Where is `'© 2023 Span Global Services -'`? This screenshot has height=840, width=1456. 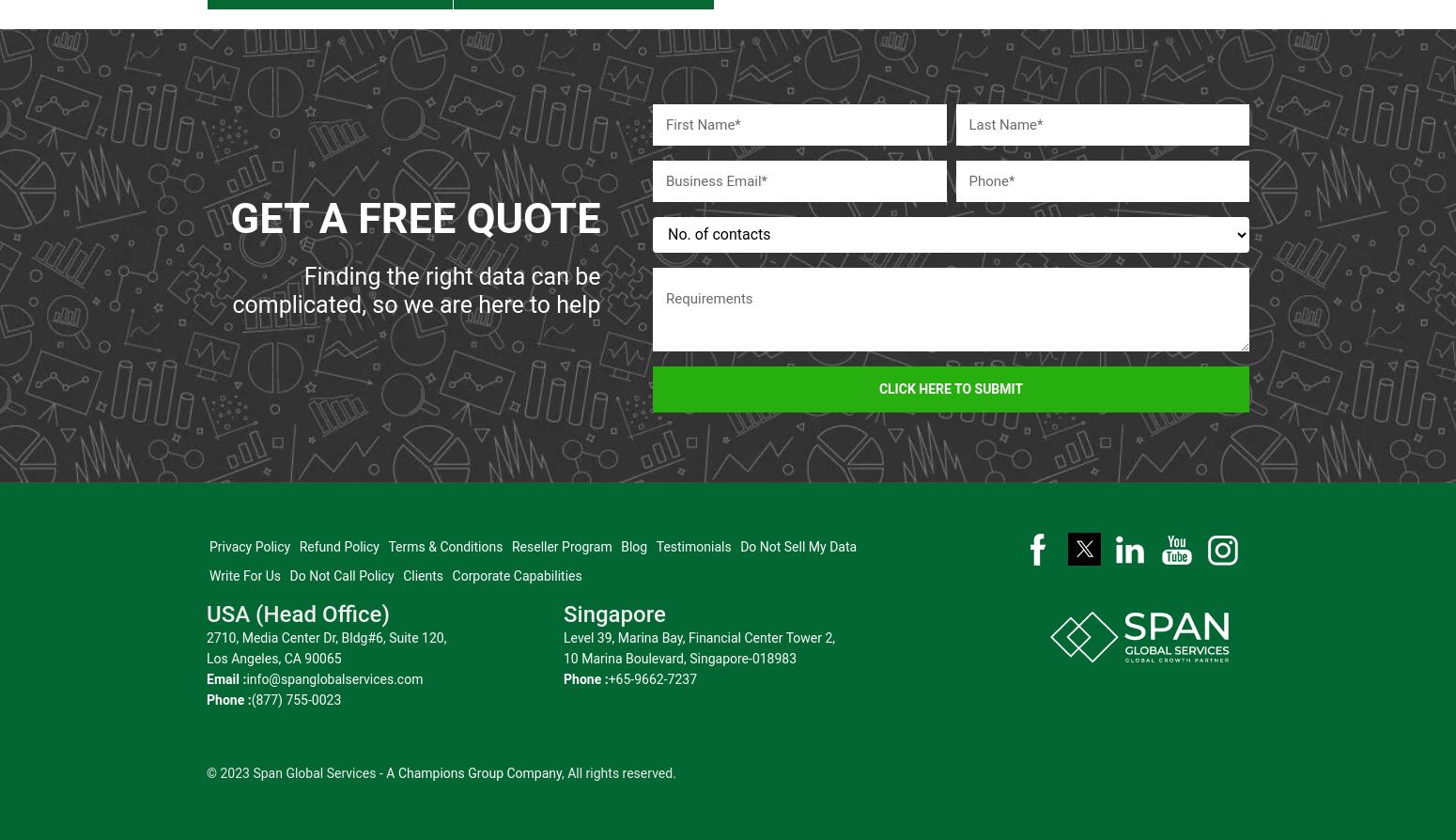 '© 2023 Span Global Services -' is located at coordinates (205, 762).